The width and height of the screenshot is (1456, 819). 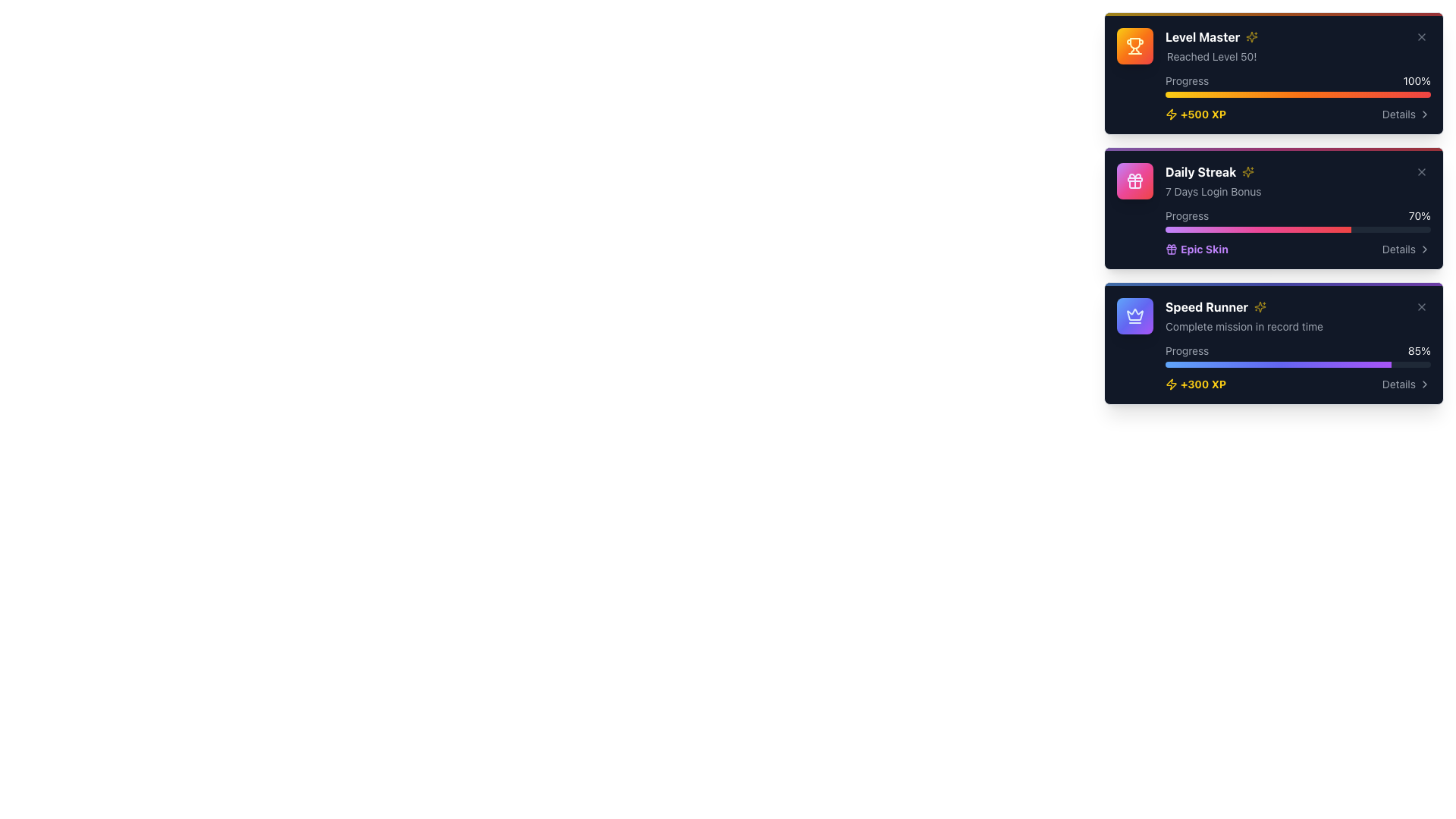 I want to click on the text component displaying 'Epic Skin' in bold purple font, located within the 'Daily Streak' card, so click(x=1203, y=248).